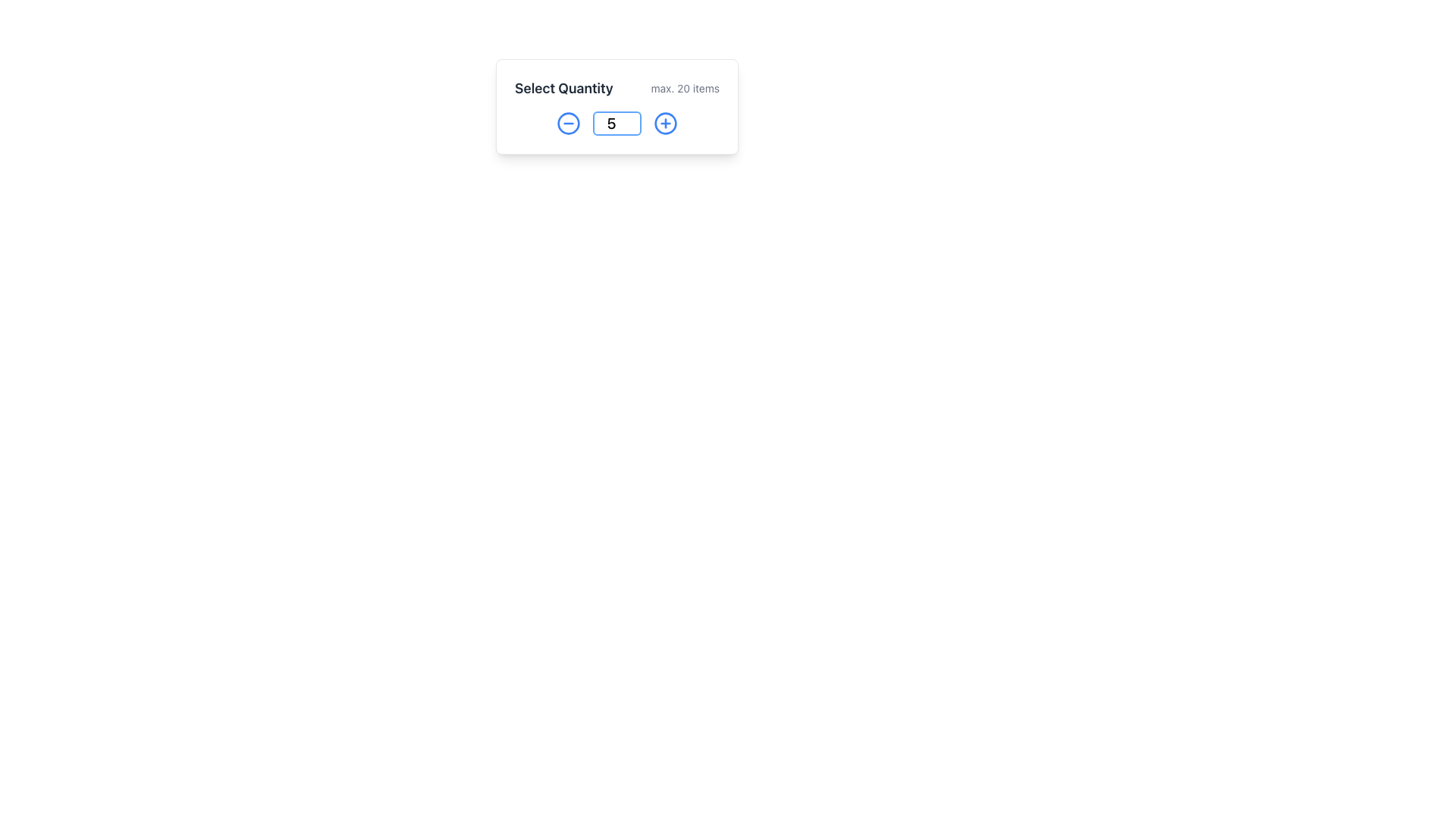 The width and height of the screenshot is (1456, 819). What do you see at coordinates (567, 122) in the screenshot?
I see `the circular blue outlined button with a minus symbol to activate its hover effects` at bounding box center [567, 122].